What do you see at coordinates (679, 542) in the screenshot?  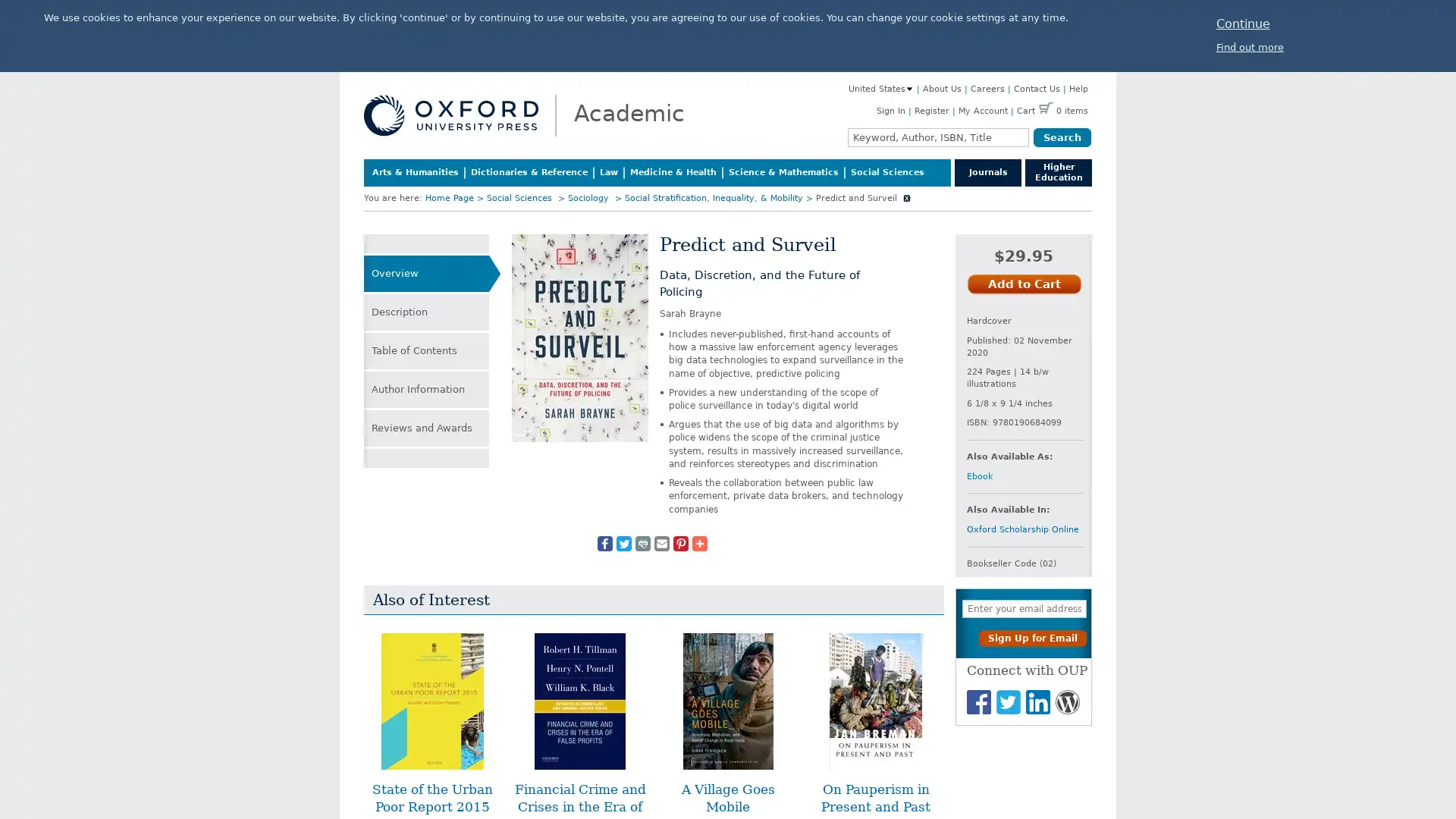 I see `Share to Pinterest` at bounding box center [679, 542].